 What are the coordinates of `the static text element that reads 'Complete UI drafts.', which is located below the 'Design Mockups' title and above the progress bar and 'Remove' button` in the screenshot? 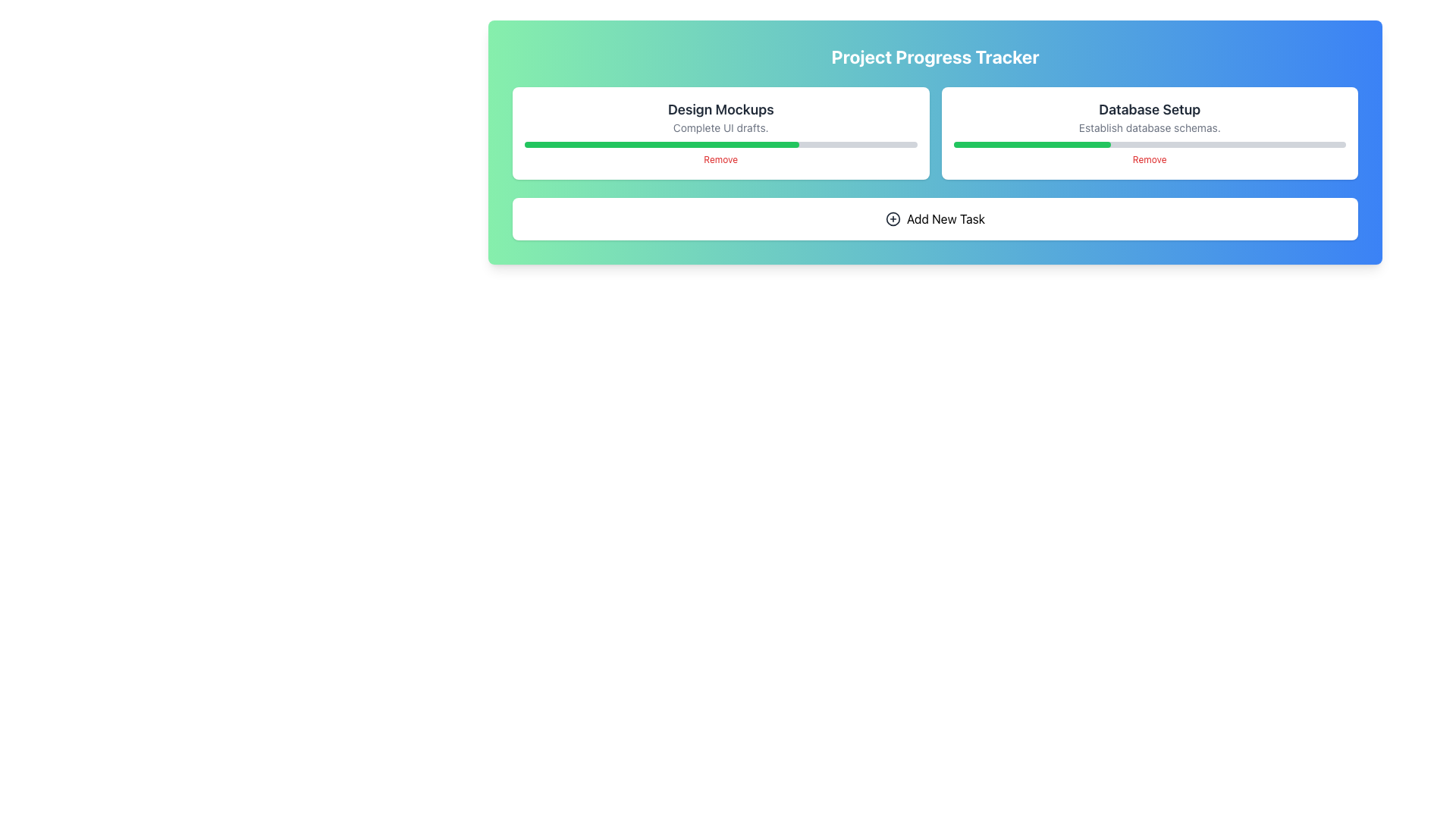 It's located at (720, 127).